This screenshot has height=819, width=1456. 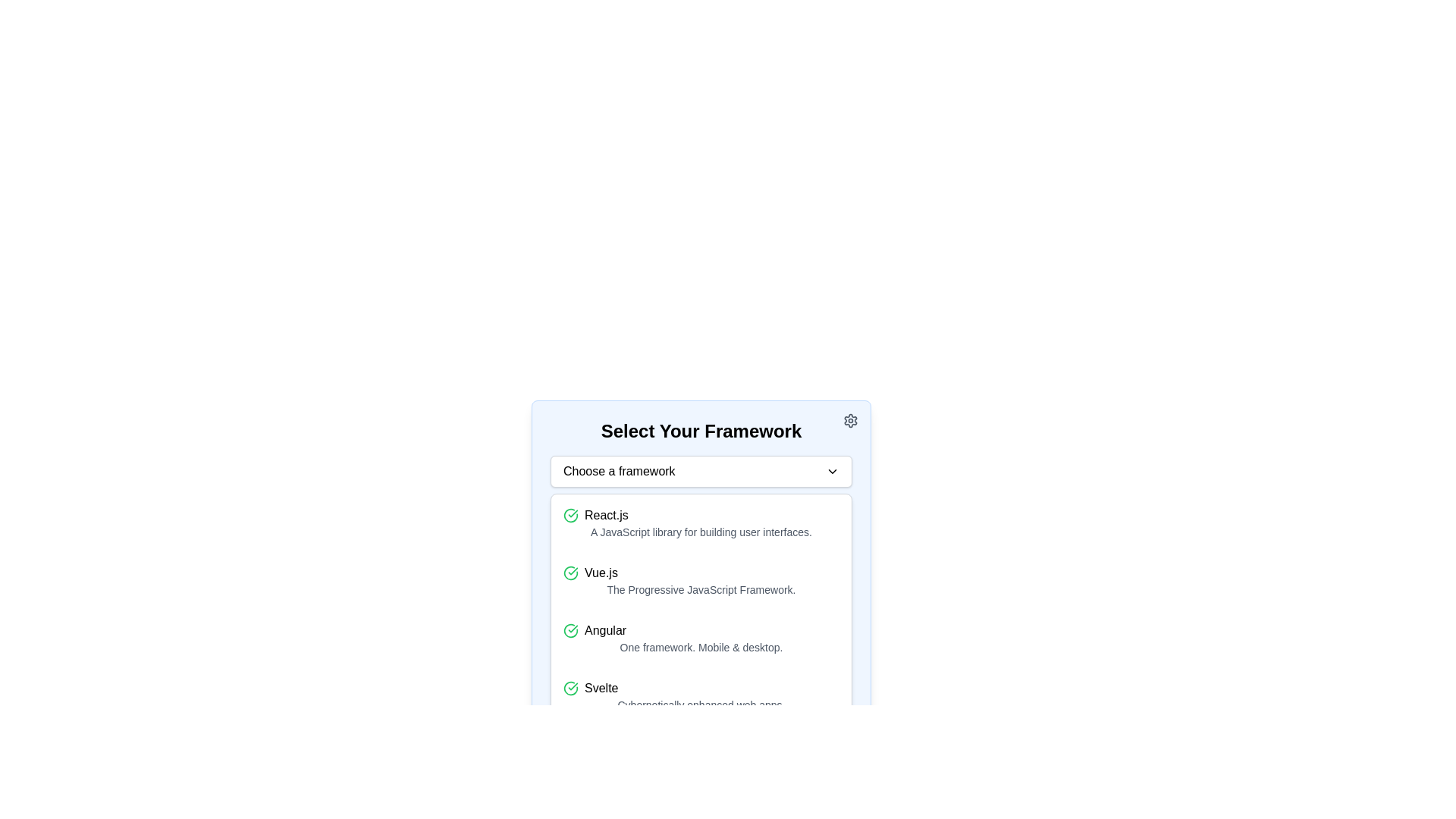 What do you see at coordinates (701, 431) in the screenshot?
I see `the bold heading text element 'Select Your Framework' located at the top of the selection menu, directly above the dropdown labeled 'Choose a framework'` at bounding box center [701, 431].